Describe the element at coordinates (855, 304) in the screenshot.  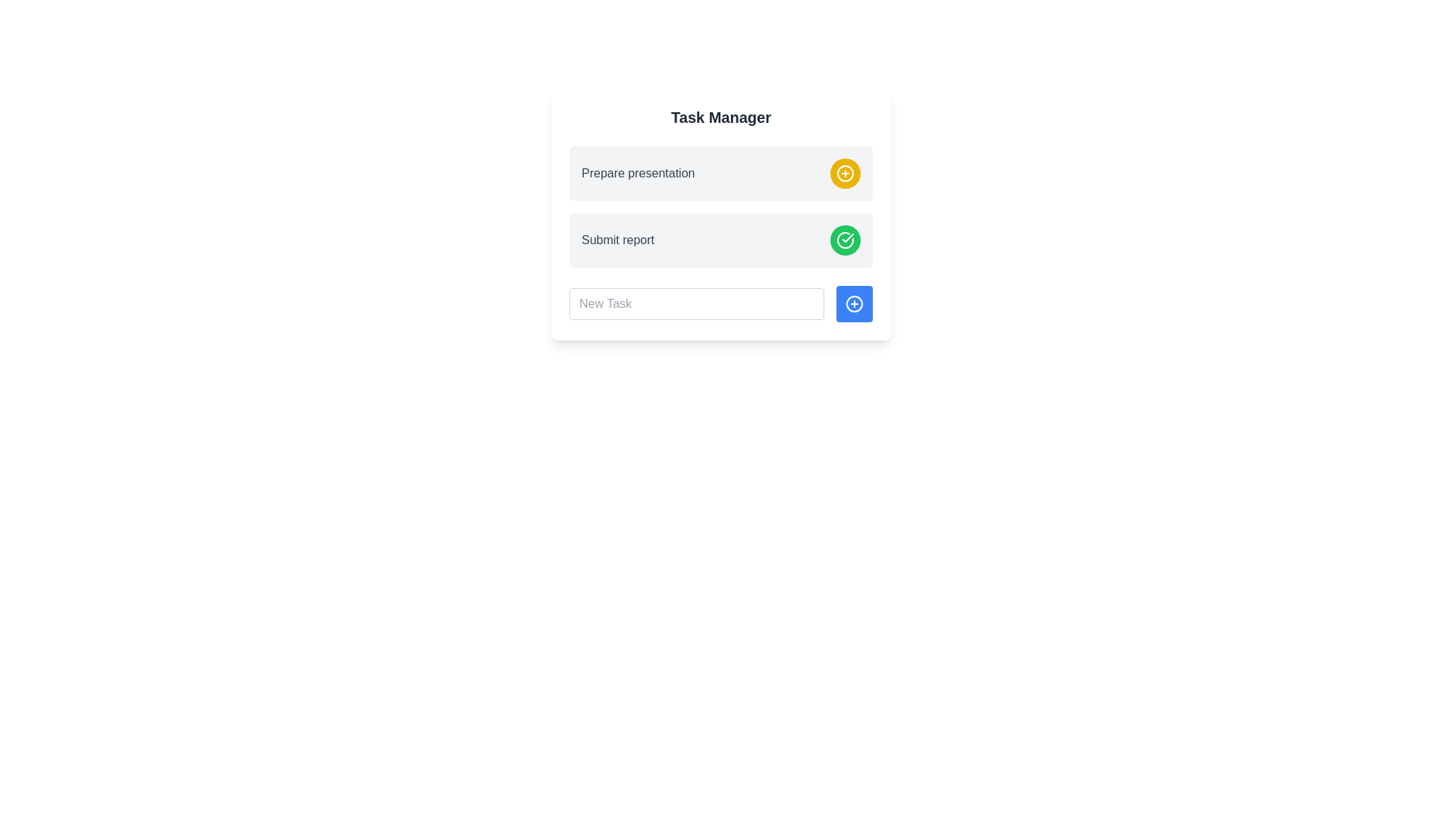
I see `the graphical icon component` at that location.